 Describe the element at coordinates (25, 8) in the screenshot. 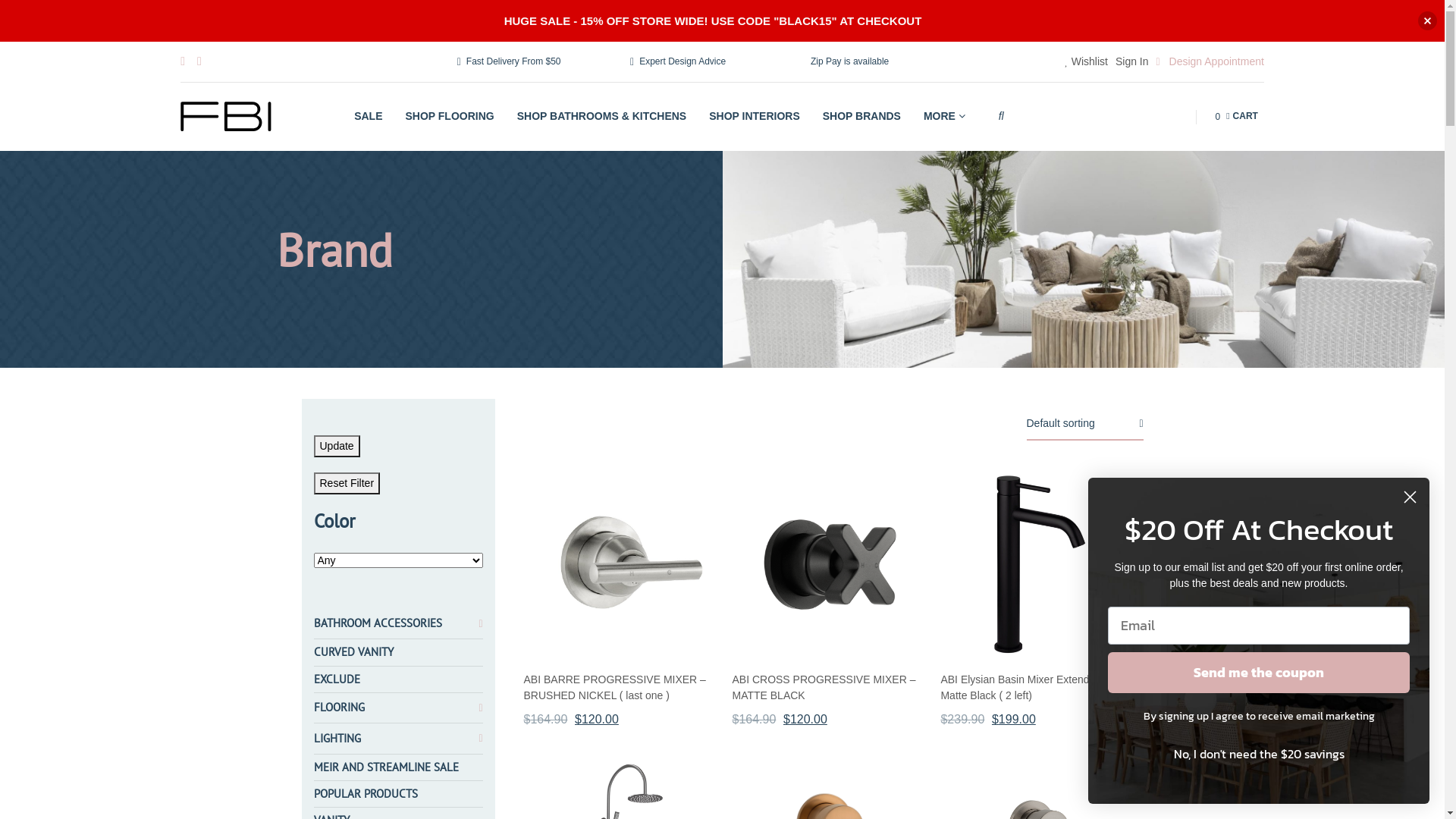

I see `'Submit'` at that location.